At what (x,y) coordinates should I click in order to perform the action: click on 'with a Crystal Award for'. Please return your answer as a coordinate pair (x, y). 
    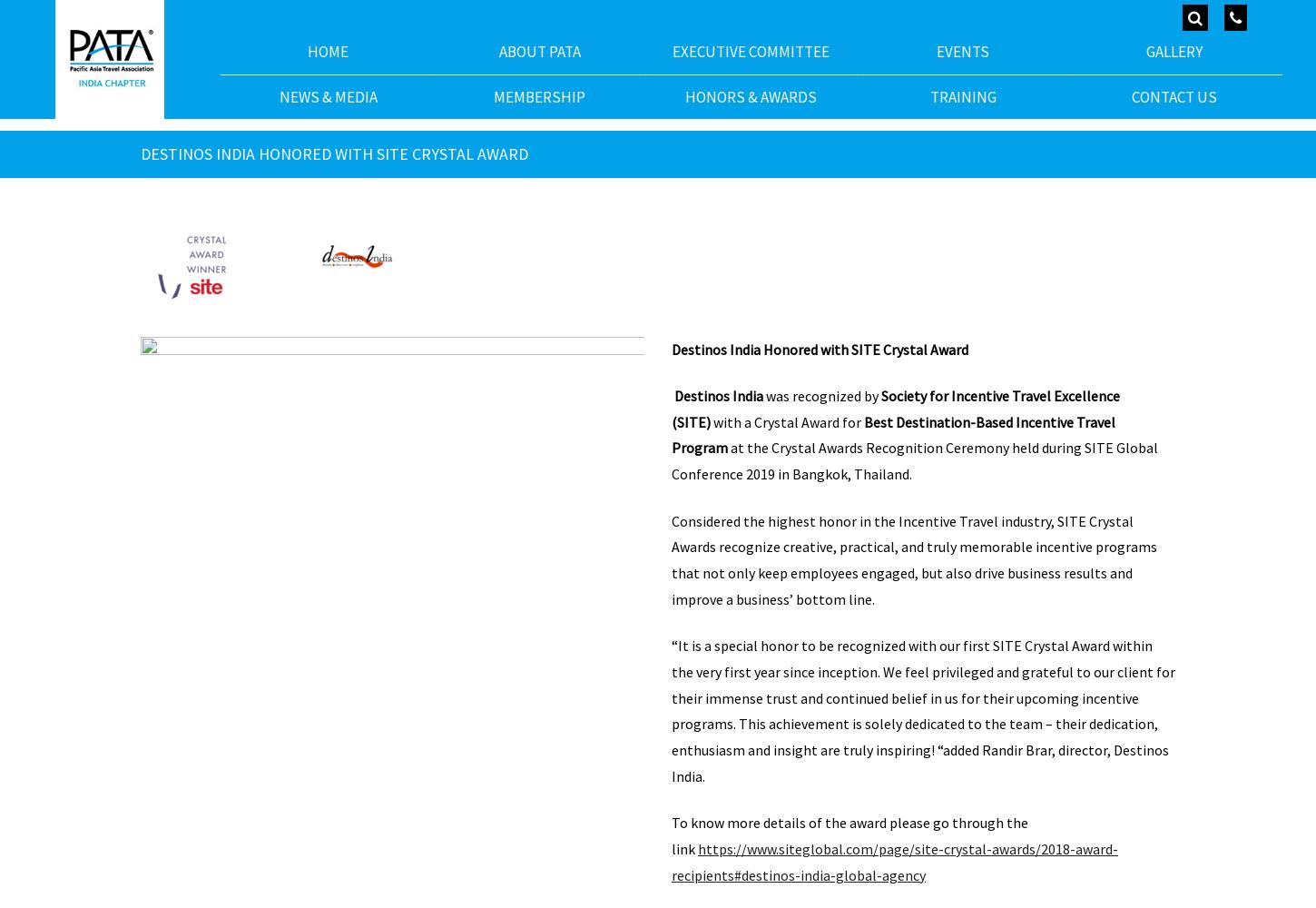
    Looking at the image, I should click on (787, 420).